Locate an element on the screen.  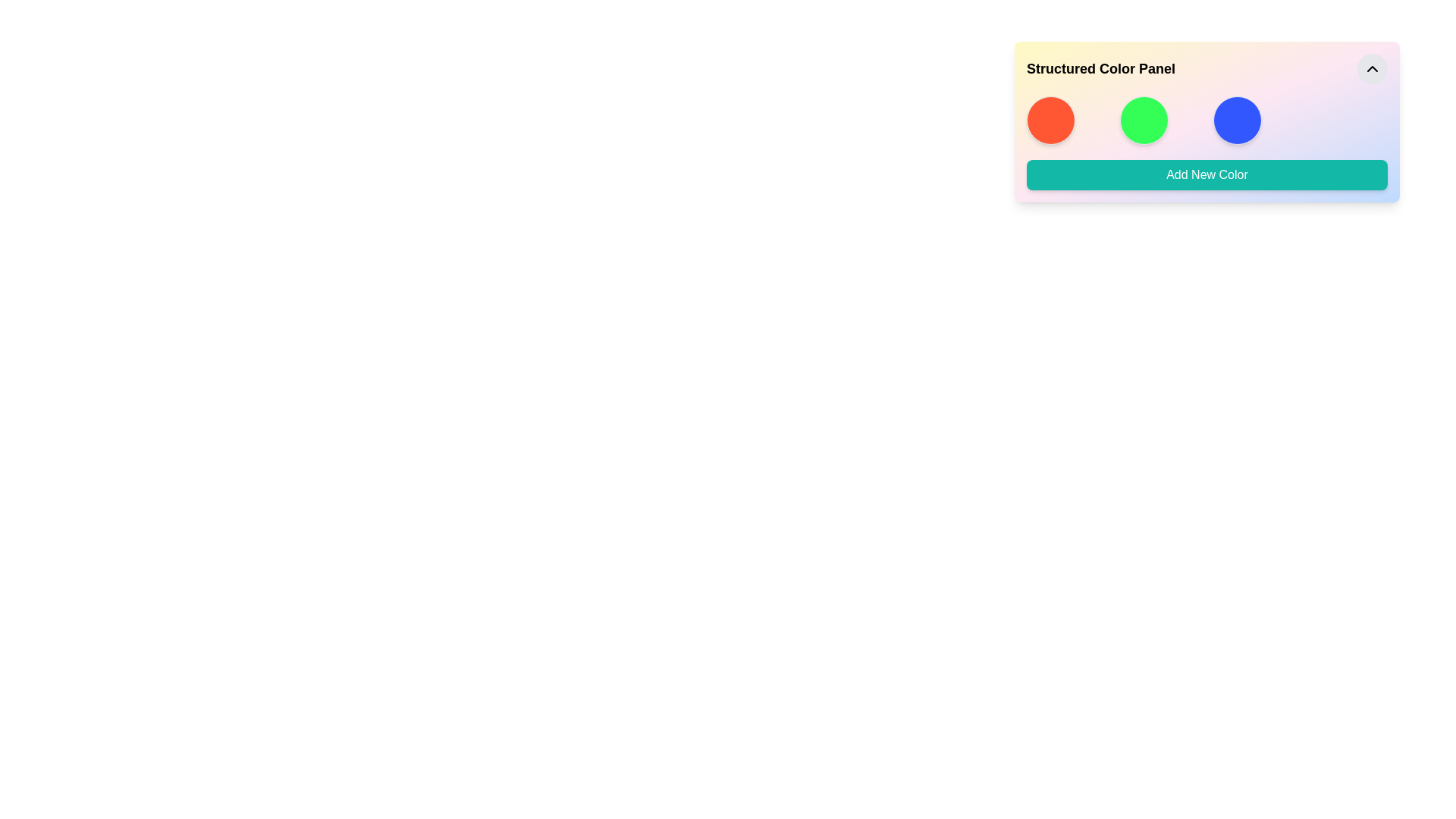
the second circular Graphical Indicator with a bright green background in the Structured Color Panel is located at coordinates (1144, 119).